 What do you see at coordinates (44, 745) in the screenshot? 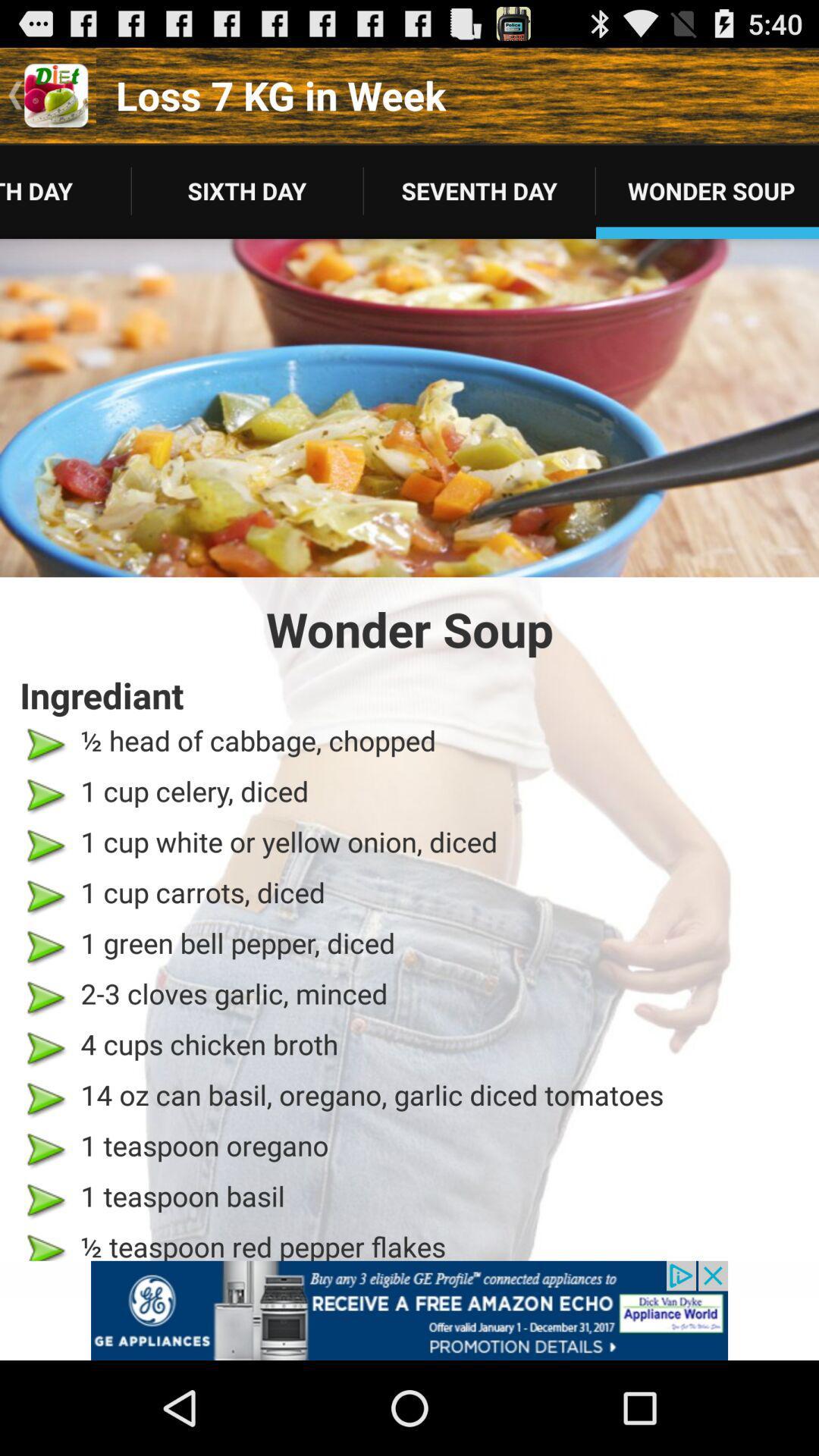
I see `the first arrow icon below the ingrediant` at bounding box center [44, 745].